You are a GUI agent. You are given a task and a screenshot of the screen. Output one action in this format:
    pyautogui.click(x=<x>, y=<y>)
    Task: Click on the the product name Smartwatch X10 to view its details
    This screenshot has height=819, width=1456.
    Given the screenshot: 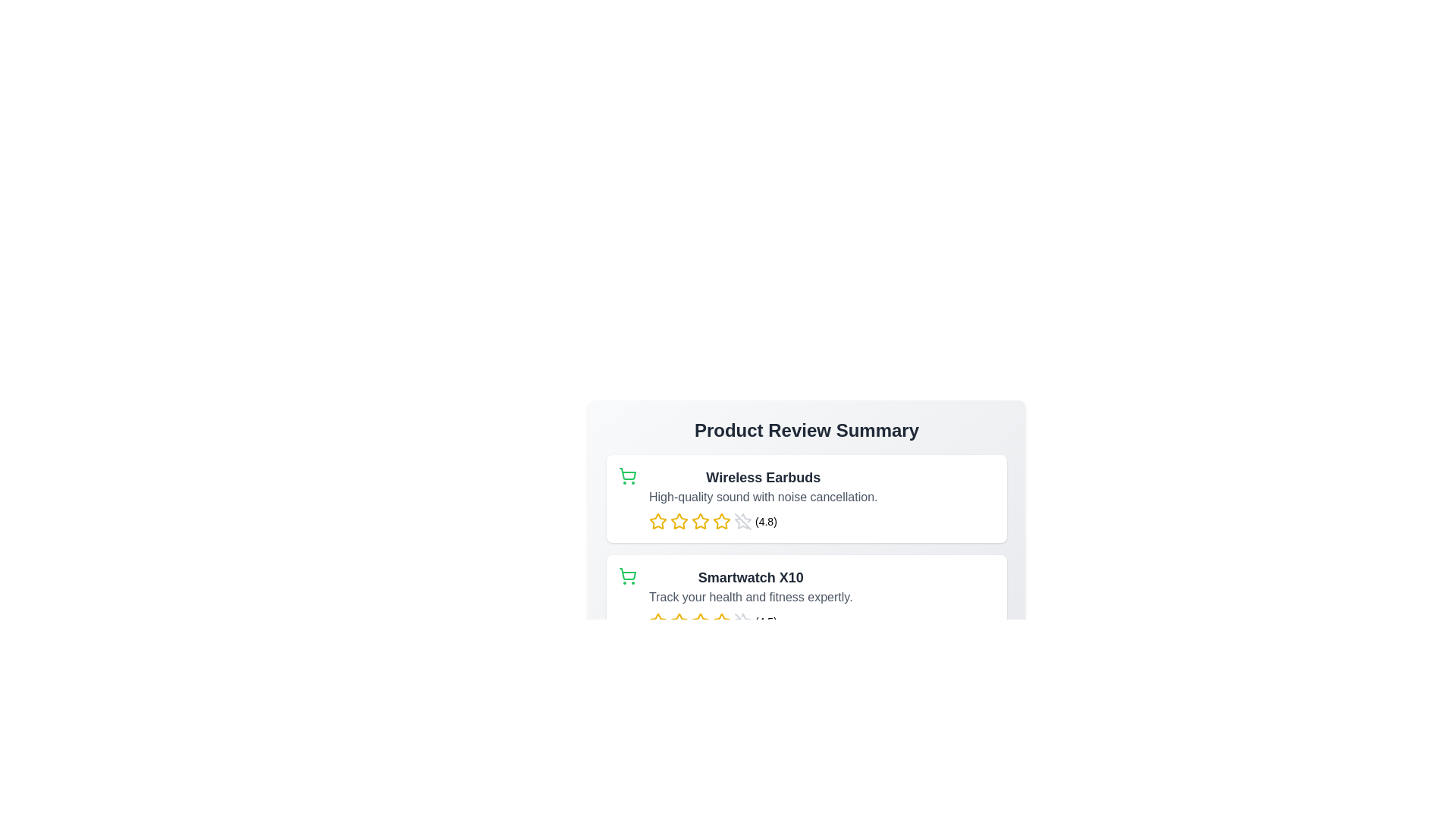 What is the action you would take?
    pyautogui.click(x=751, y=578)
    